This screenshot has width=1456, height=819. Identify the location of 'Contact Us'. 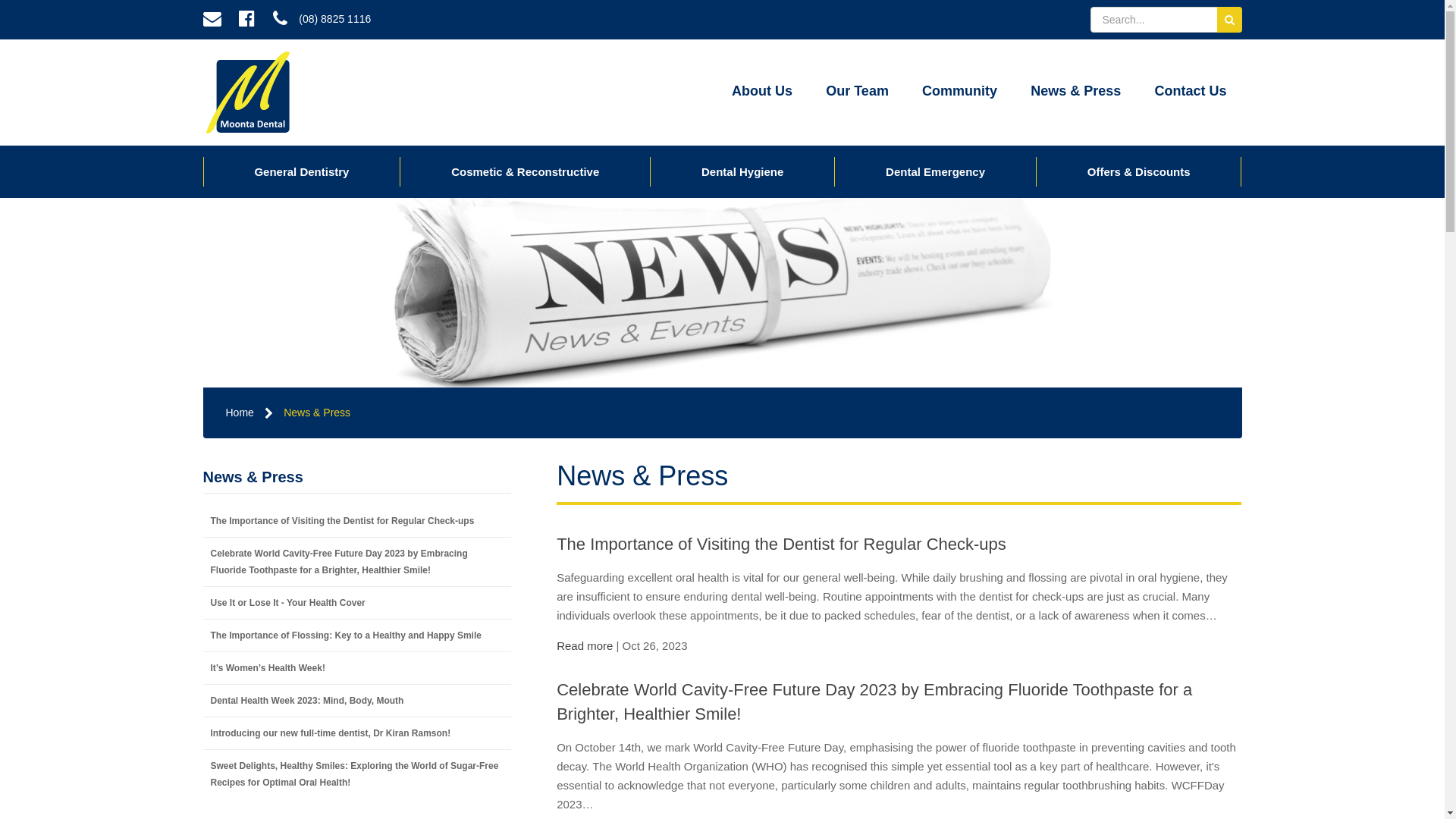
(1189, 93).